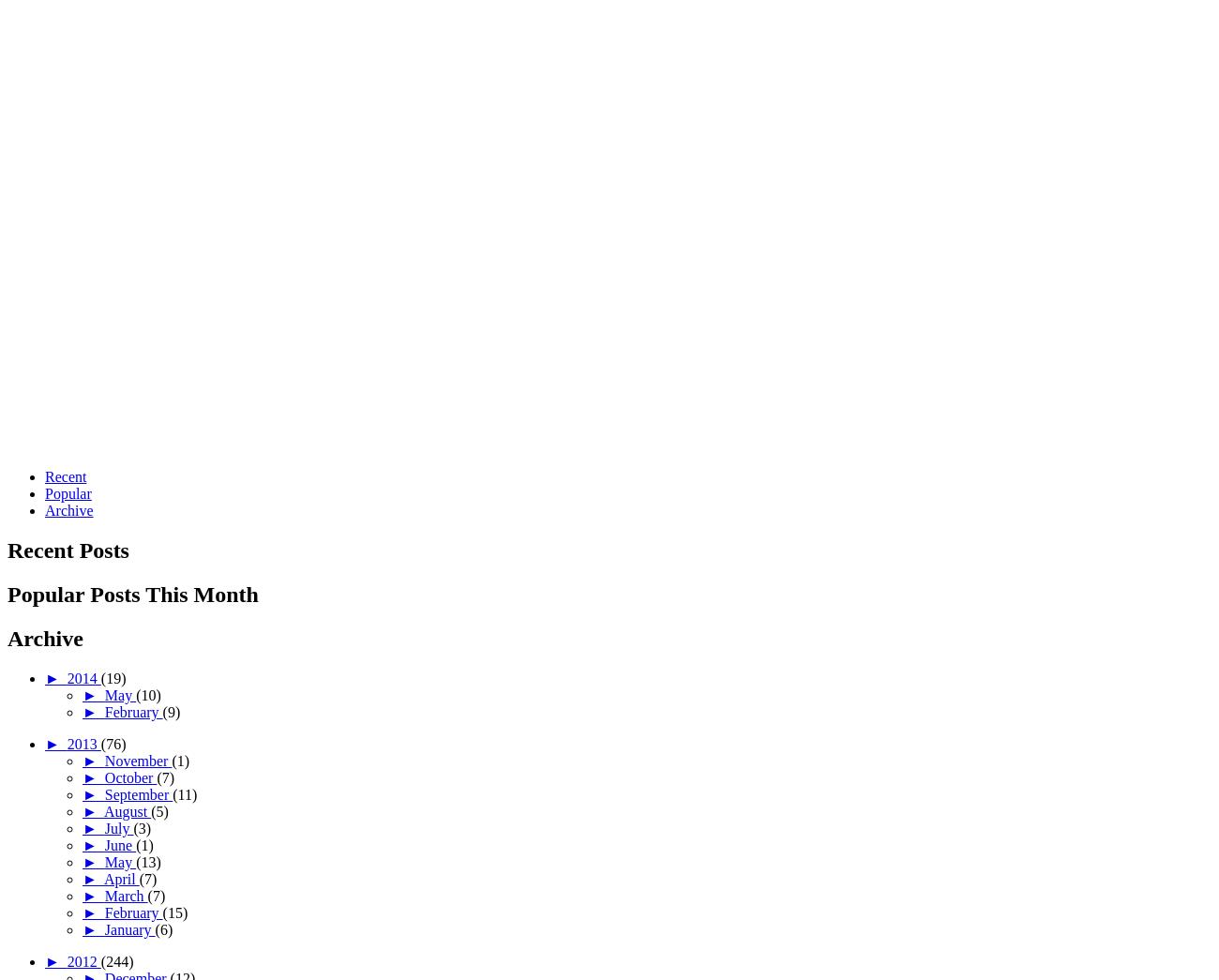 This screenshot has height=980, width=1219. What do you see at coordinates (128, 928) in the screenshot?
I see `'January'` at bounding box center [128, 928].